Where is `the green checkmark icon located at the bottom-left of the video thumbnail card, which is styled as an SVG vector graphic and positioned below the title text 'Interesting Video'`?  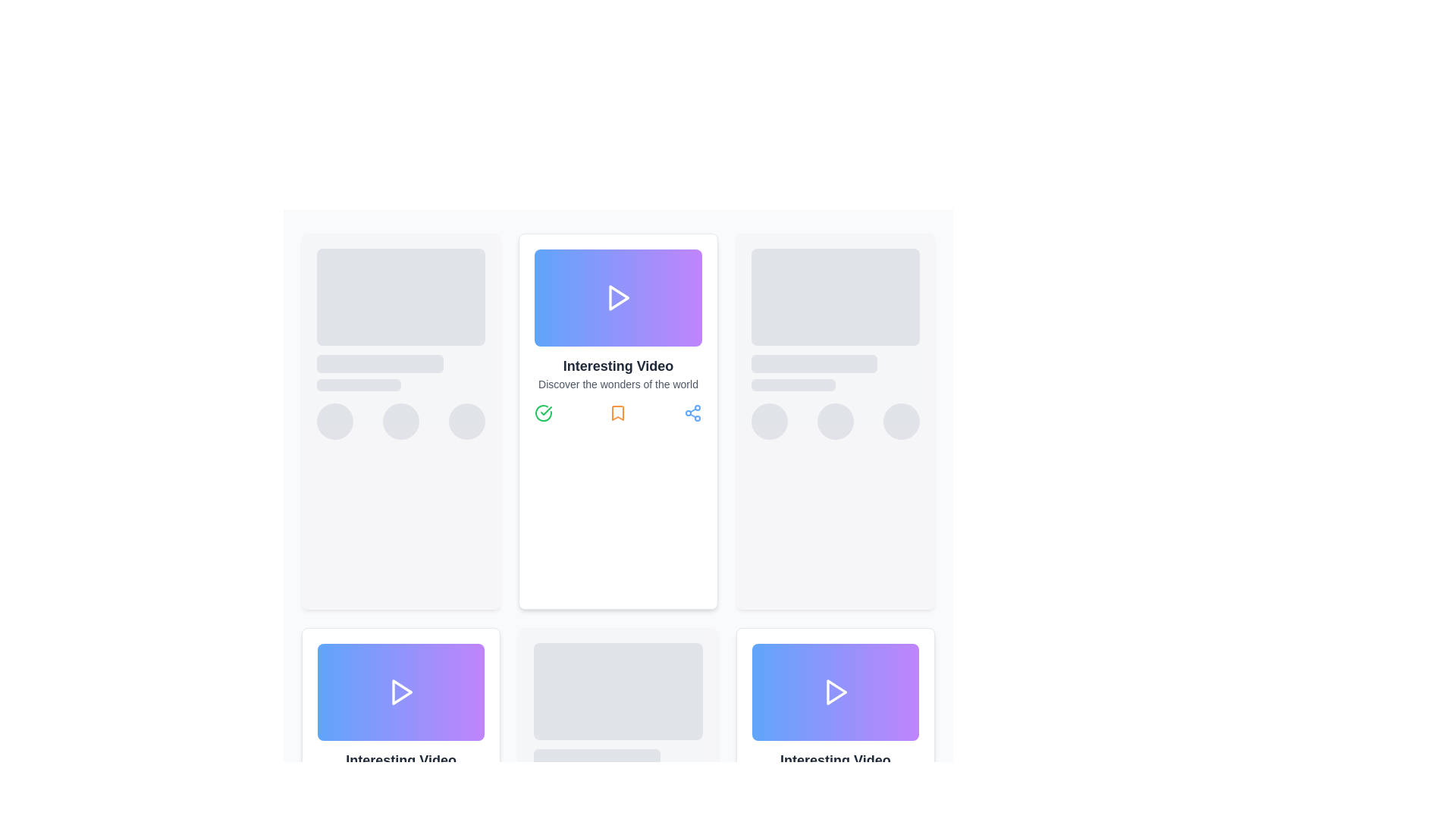 the green checkmark icon located at the bottom-left of the video thumbnail card, which is styled as an SVG vector graphic and positioned below the title text 'Interesting Video' is located at coordinates (546, 411).